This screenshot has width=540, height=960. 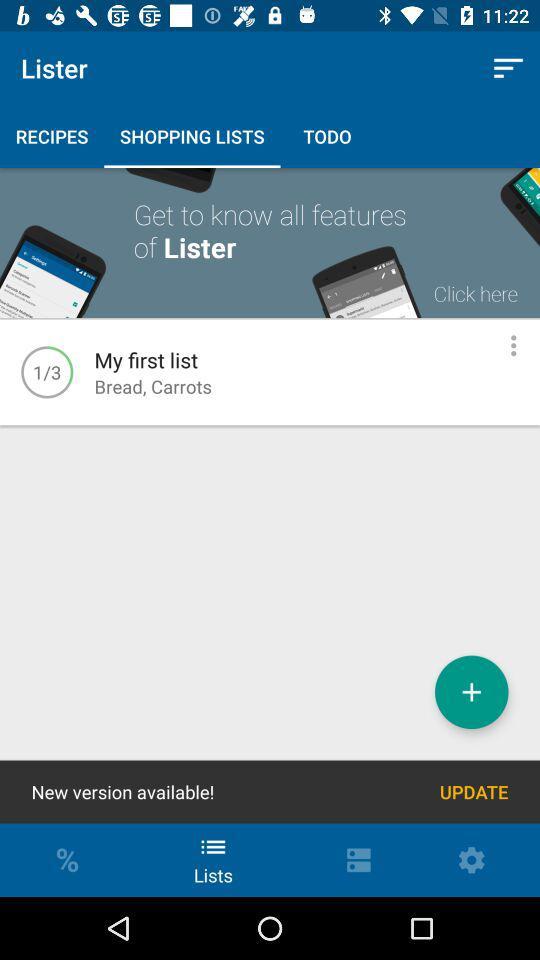 What do you see at coordinates (473, 792) in the screenshot?
I see `item next to the new version available! icon` at bounding box center [473, 792].